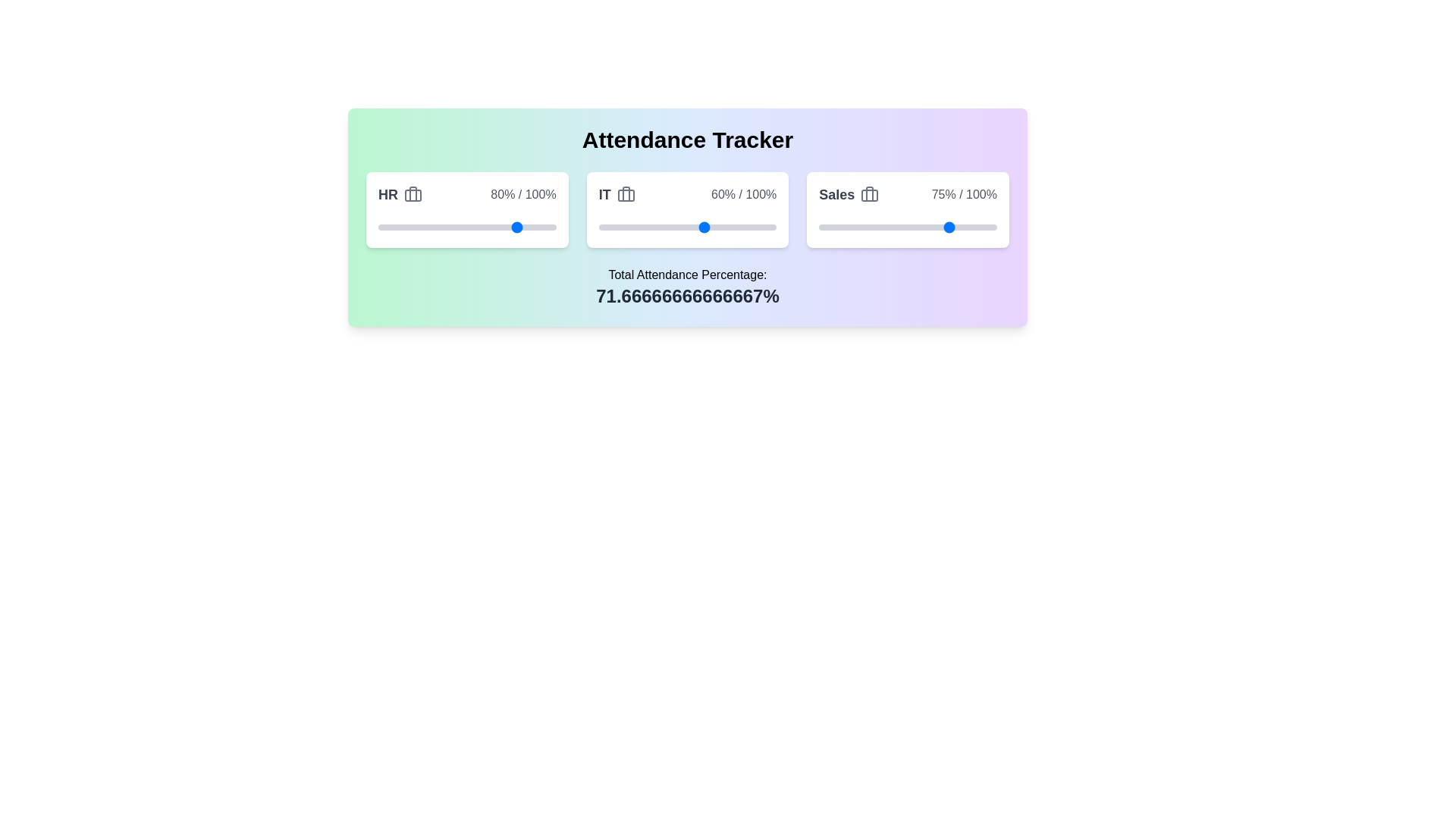  I want to click on the slider value, so click(714, 227).